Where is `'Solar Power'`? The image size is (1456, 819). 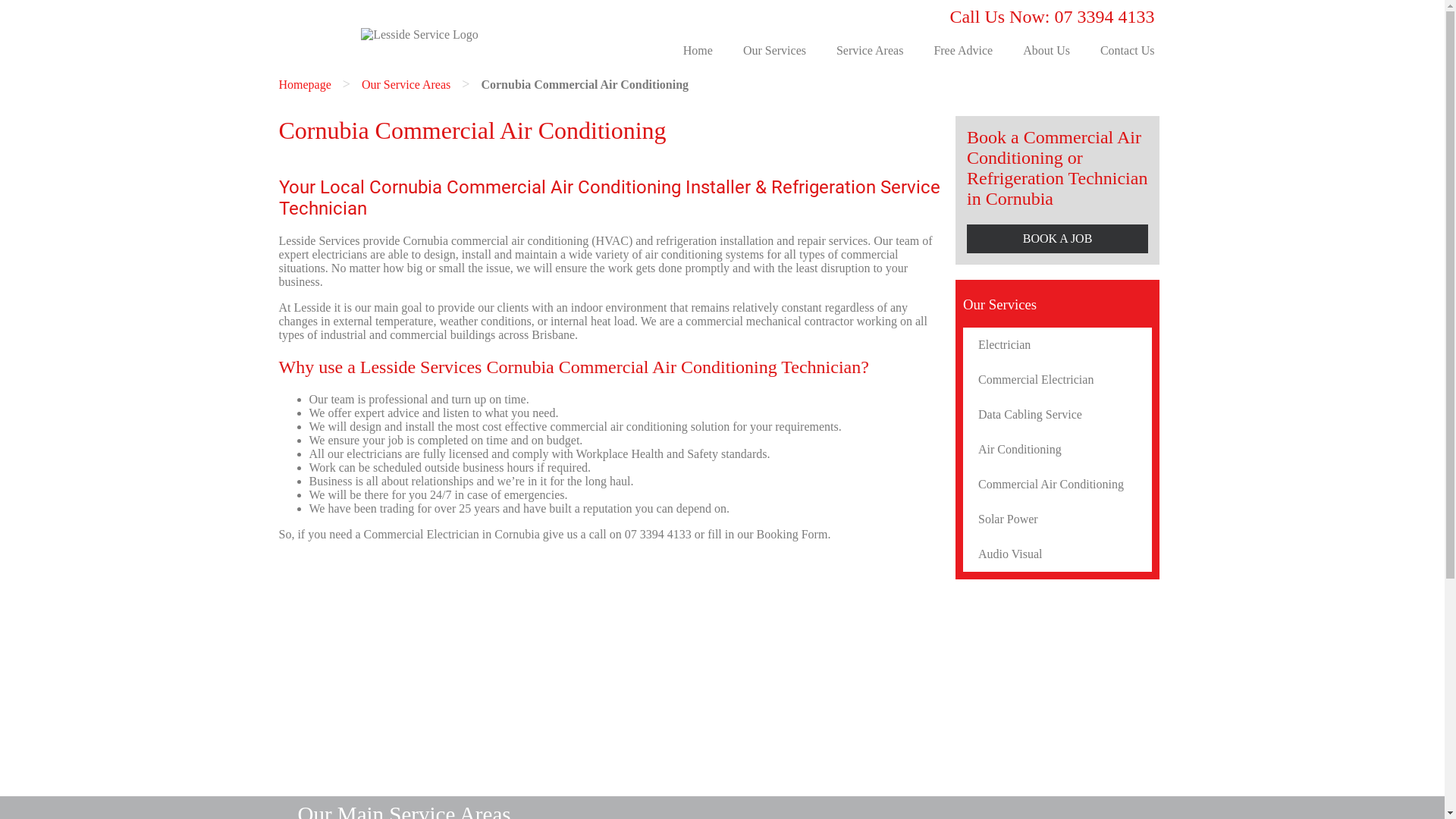
'Solar Power' is located at coordinates (1056, 519).